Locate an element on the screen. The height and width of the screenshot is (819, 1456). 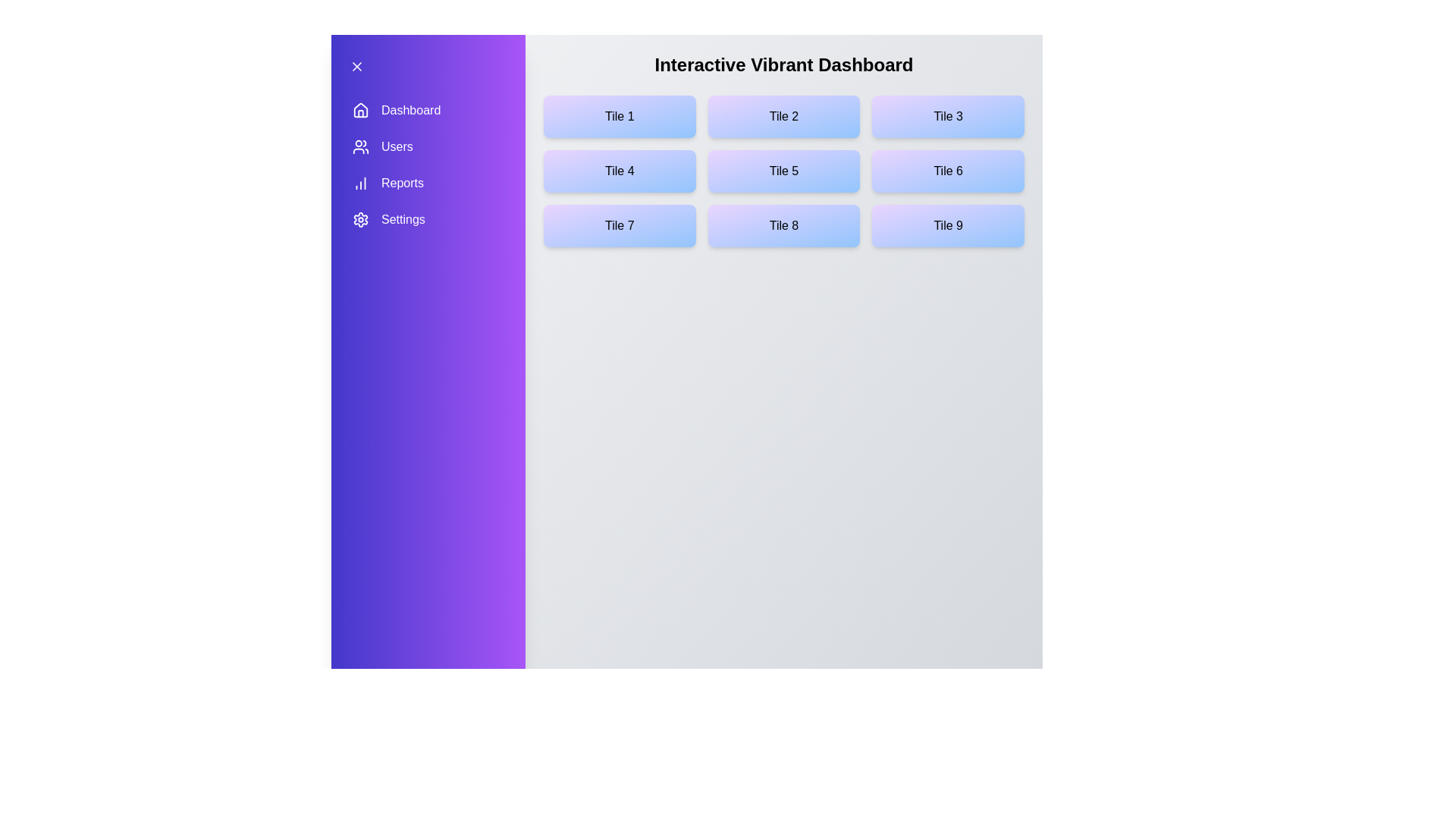
the menu item Dashboard in the sidebar is located at coordinates (428, 110).